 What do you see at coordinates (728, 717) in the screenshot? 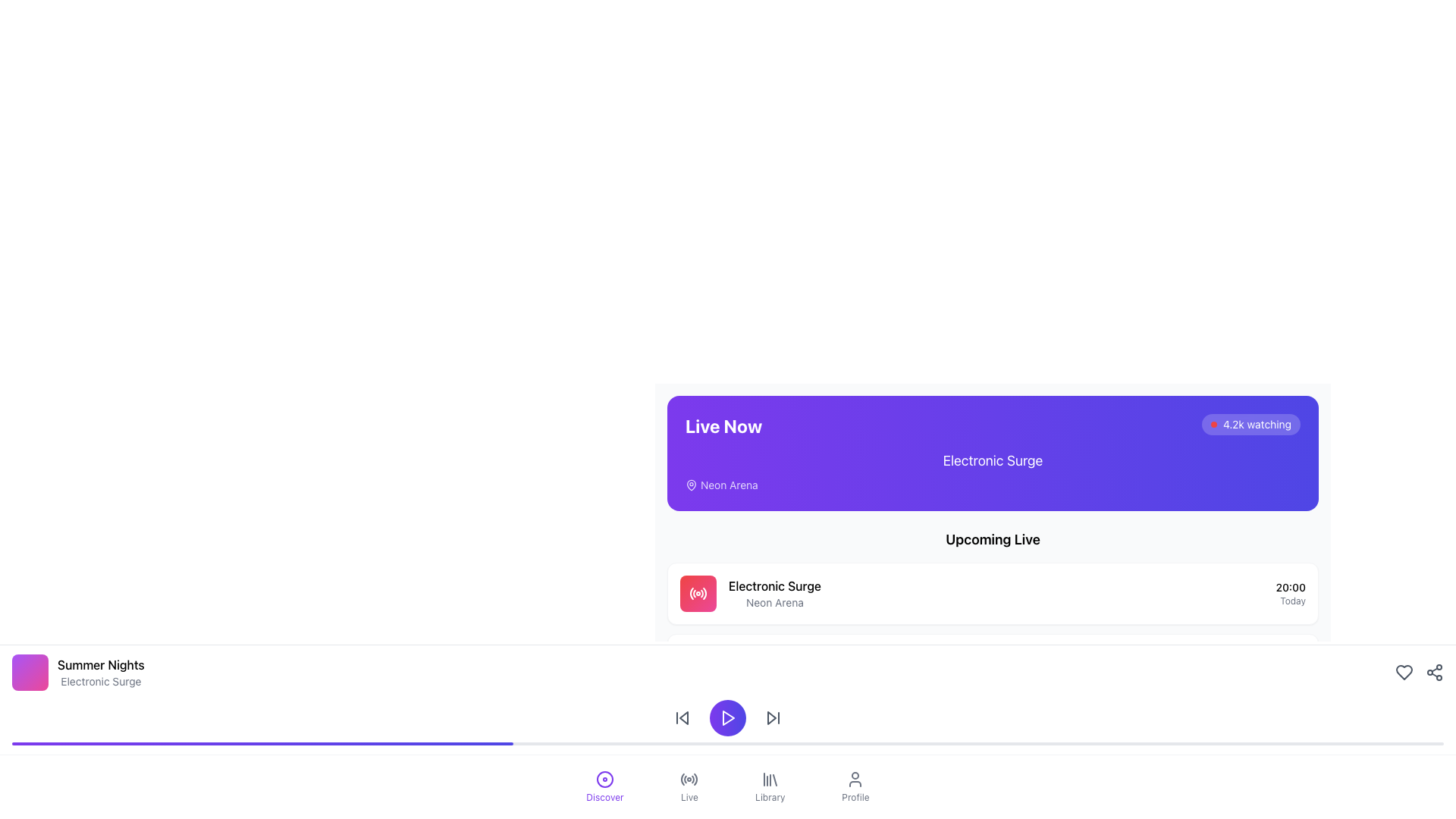
I see `the media play/pause button located at the center of the horizontal control bar to play the media content` at bounding box center [728, 717].